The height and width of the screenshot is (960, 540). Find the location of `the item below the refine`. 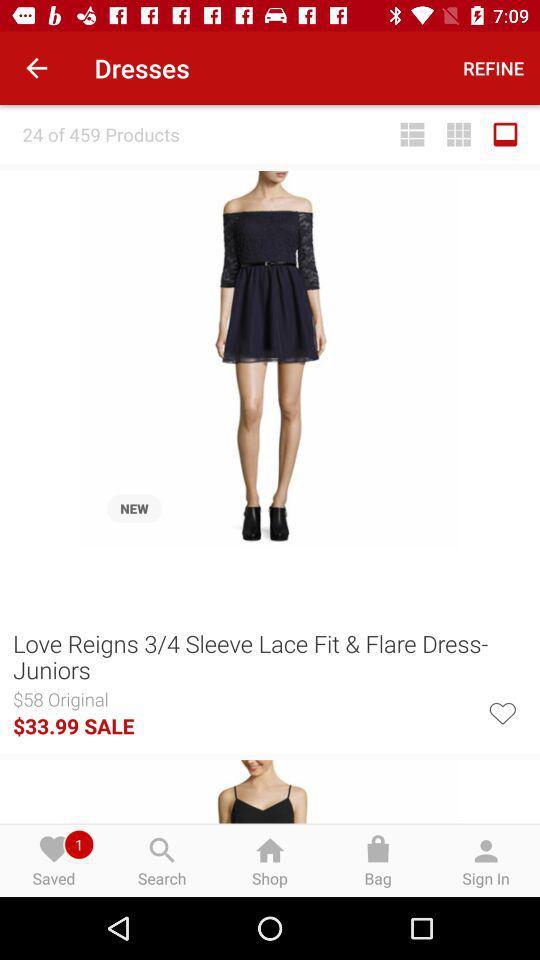

the item below the refine is located at coordinates (459, 133).